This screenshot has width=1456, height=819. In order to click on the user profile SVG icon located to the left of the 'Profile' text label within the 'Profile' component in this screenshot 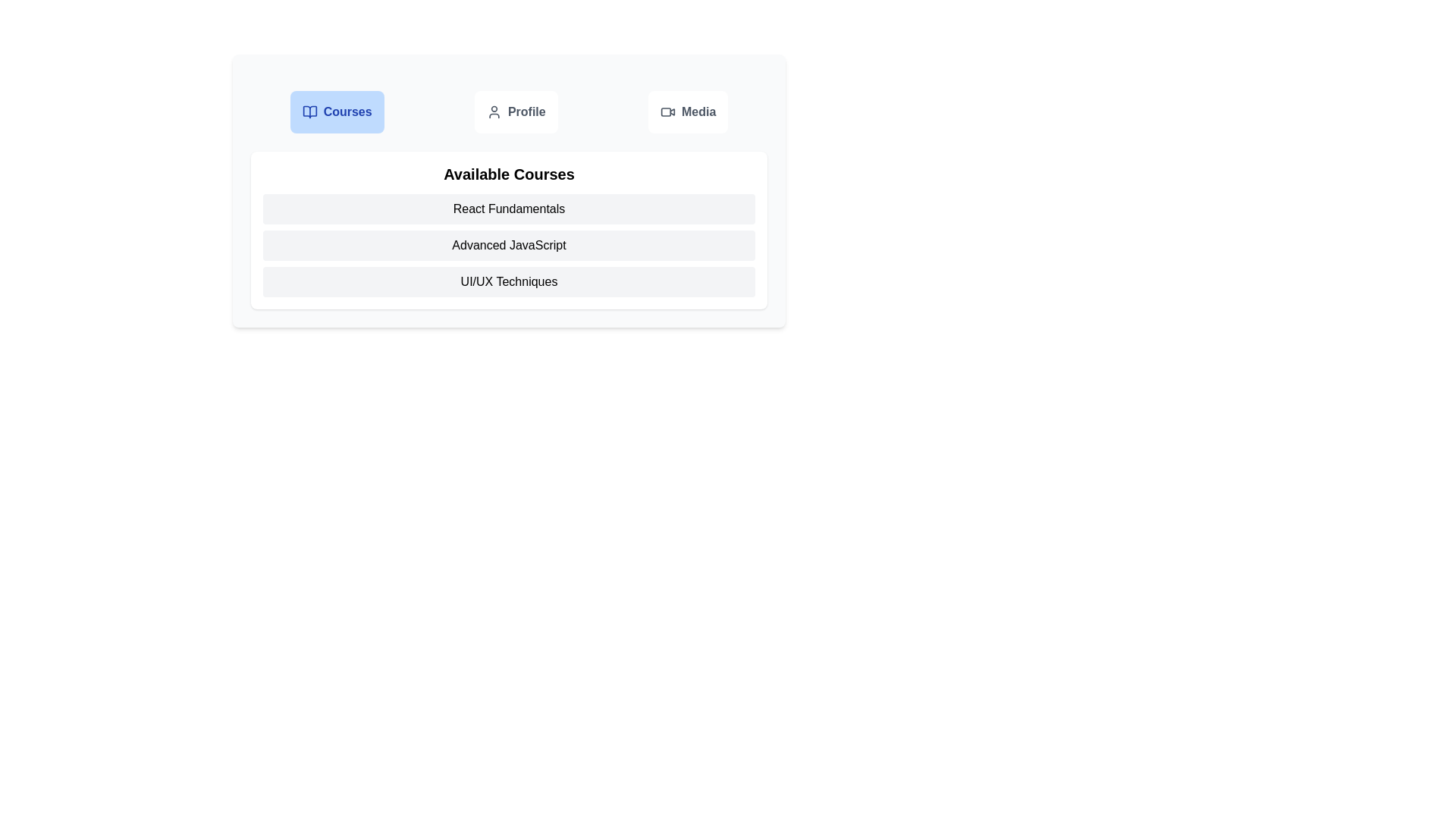, I will do `click(494, 111)`.